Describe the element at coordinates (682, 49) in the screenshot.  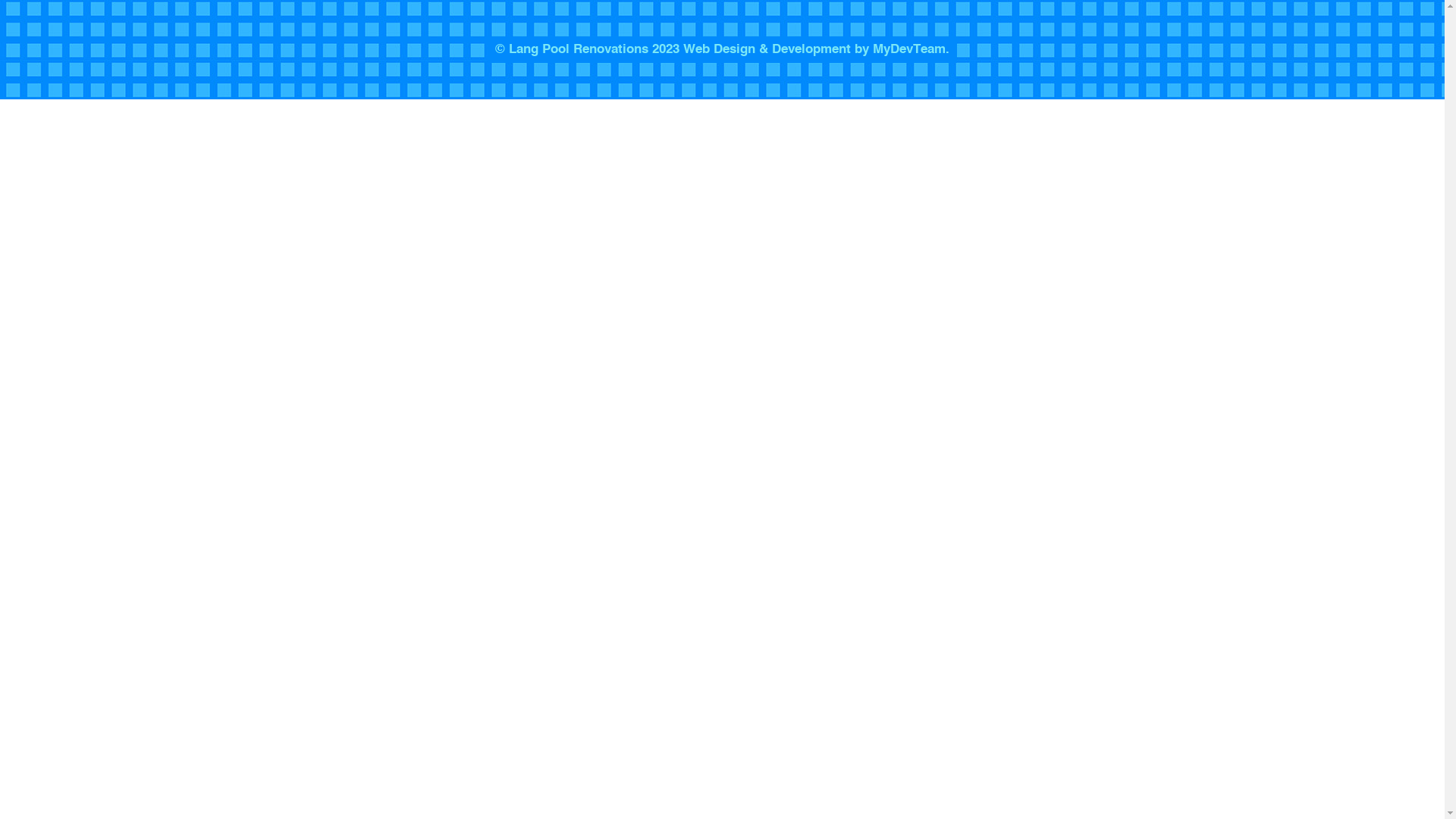
I see `'Web Design & Development'` at that location.